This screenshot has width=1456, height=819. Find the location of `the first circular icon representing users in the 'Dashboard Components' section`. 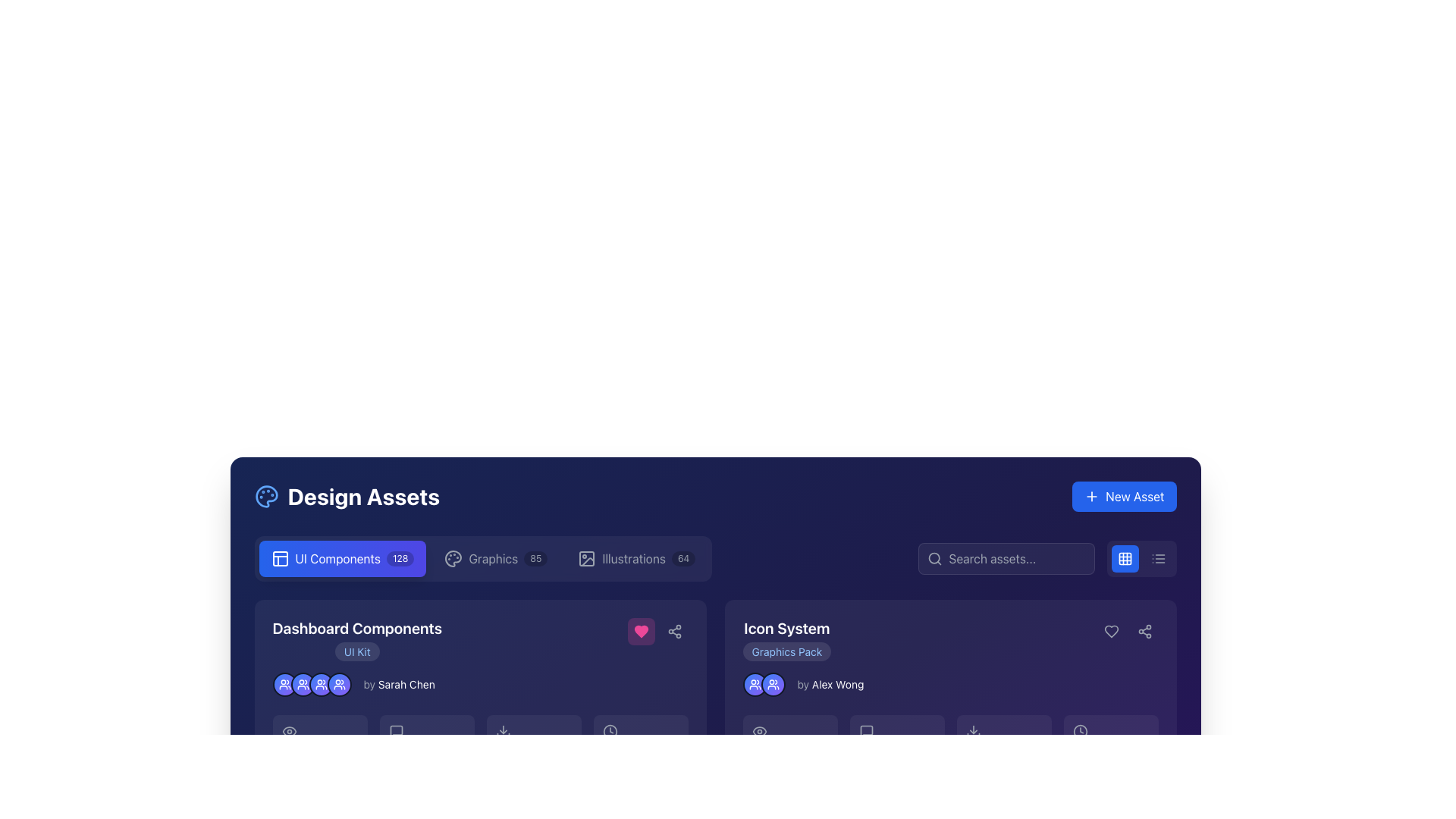

the first circular icon representing users in the 'Dashboard Components' section is located at coordinates (284, 684).